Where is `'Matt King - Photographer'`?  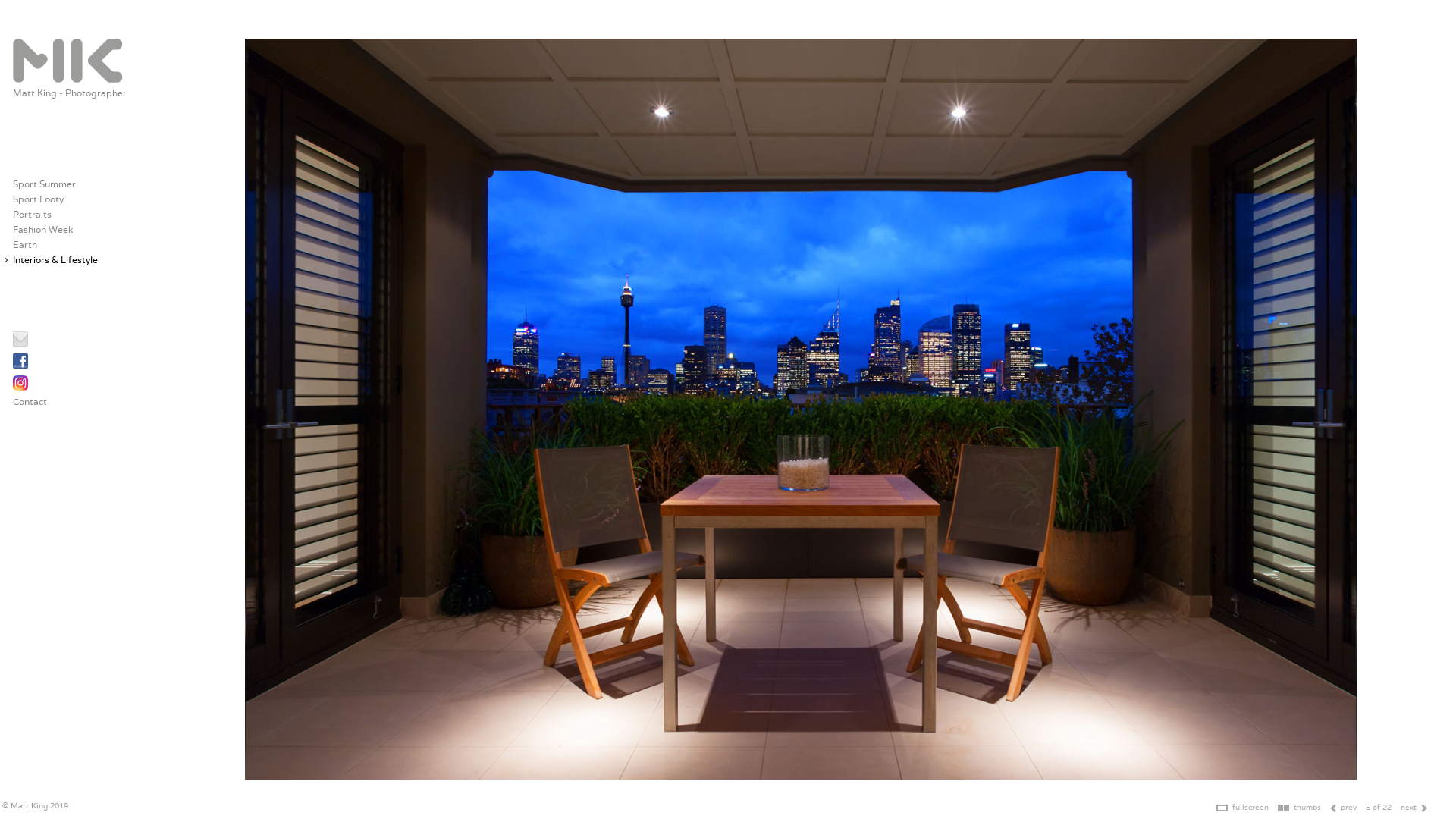 'Matt King - Photographer' is located at coordinates (68, 93).